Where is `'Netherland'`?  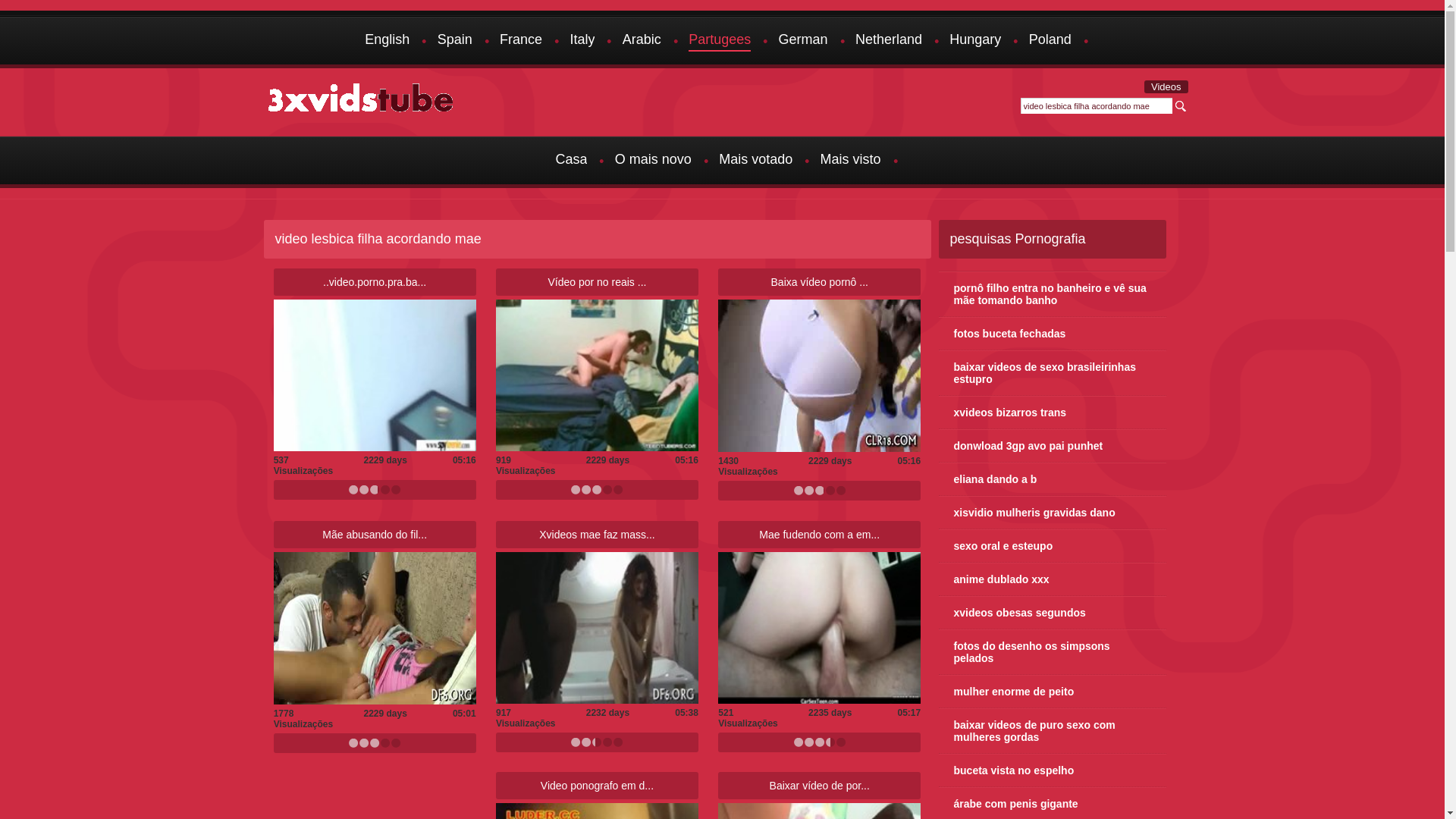 'Netherland' is located at coordinates (888, 40).